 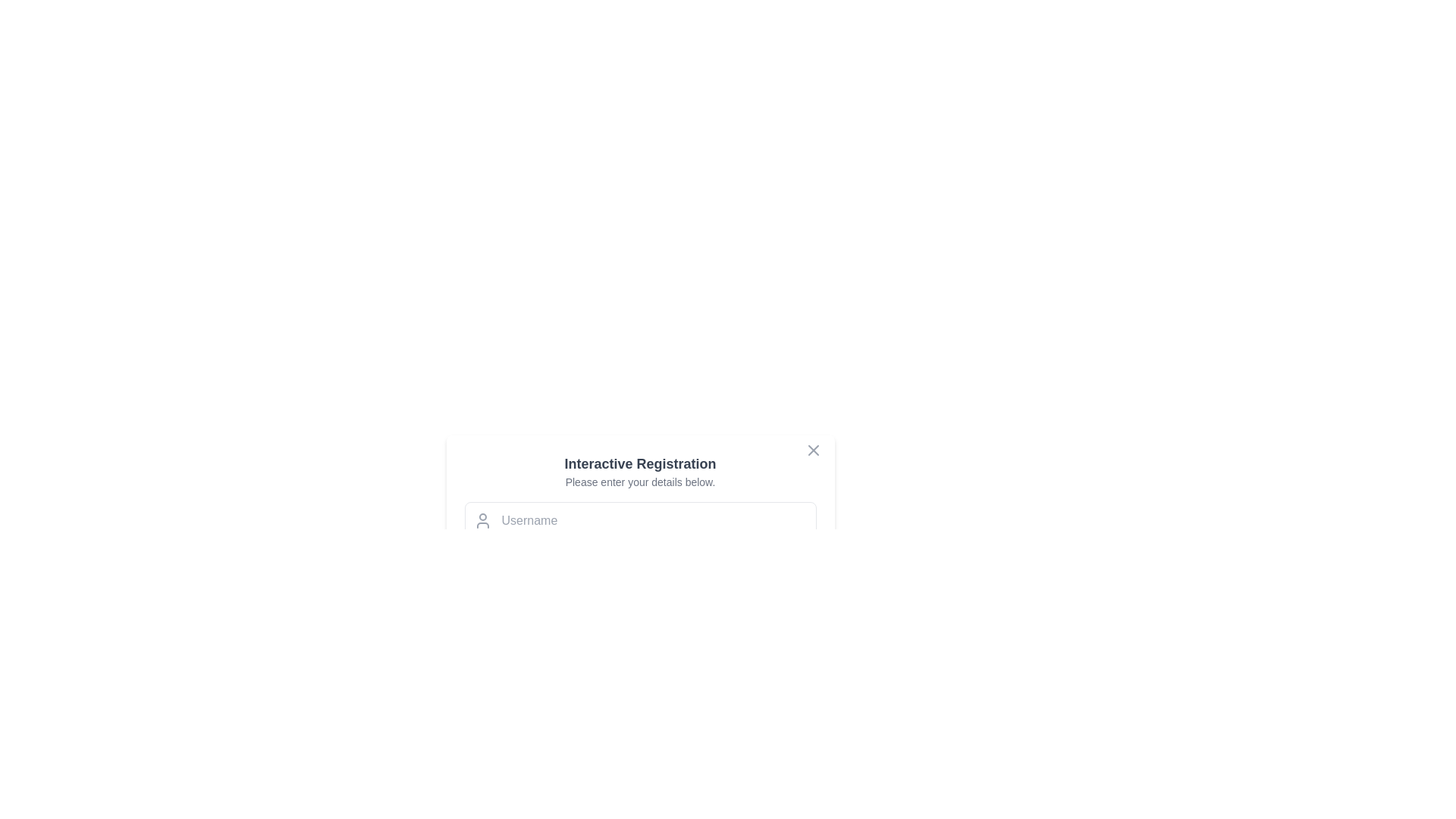 What do you see at coordinates (812, 450) in the screenshot?
I see `the close icon located in the top-right corner of the 'Interactive Registration' dialog box` at bounding box center [812, 450].